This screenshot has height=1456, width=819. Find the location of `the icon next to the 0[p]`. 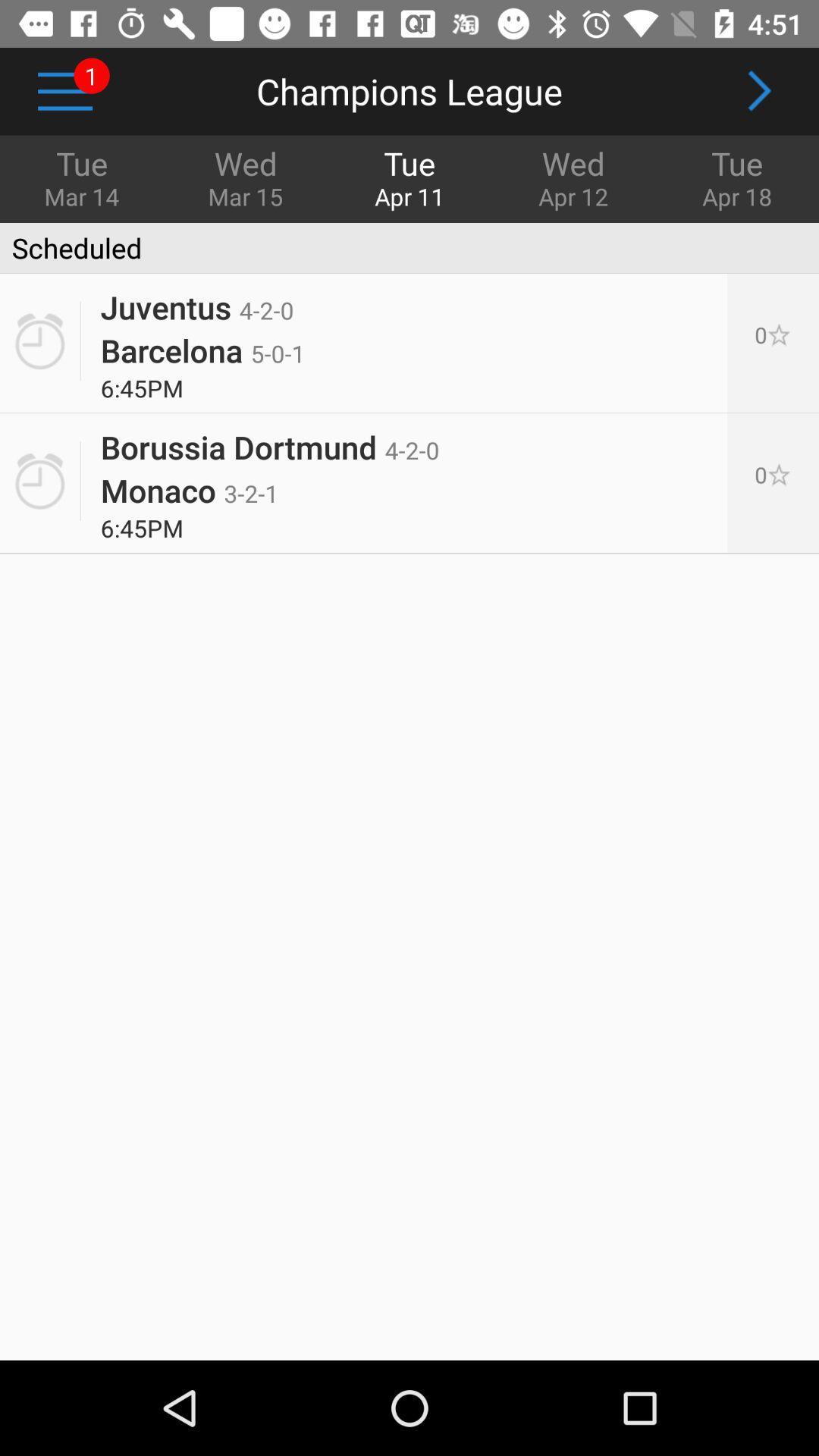

the icon next to the 0[p] is located at coordinates (189, 490).